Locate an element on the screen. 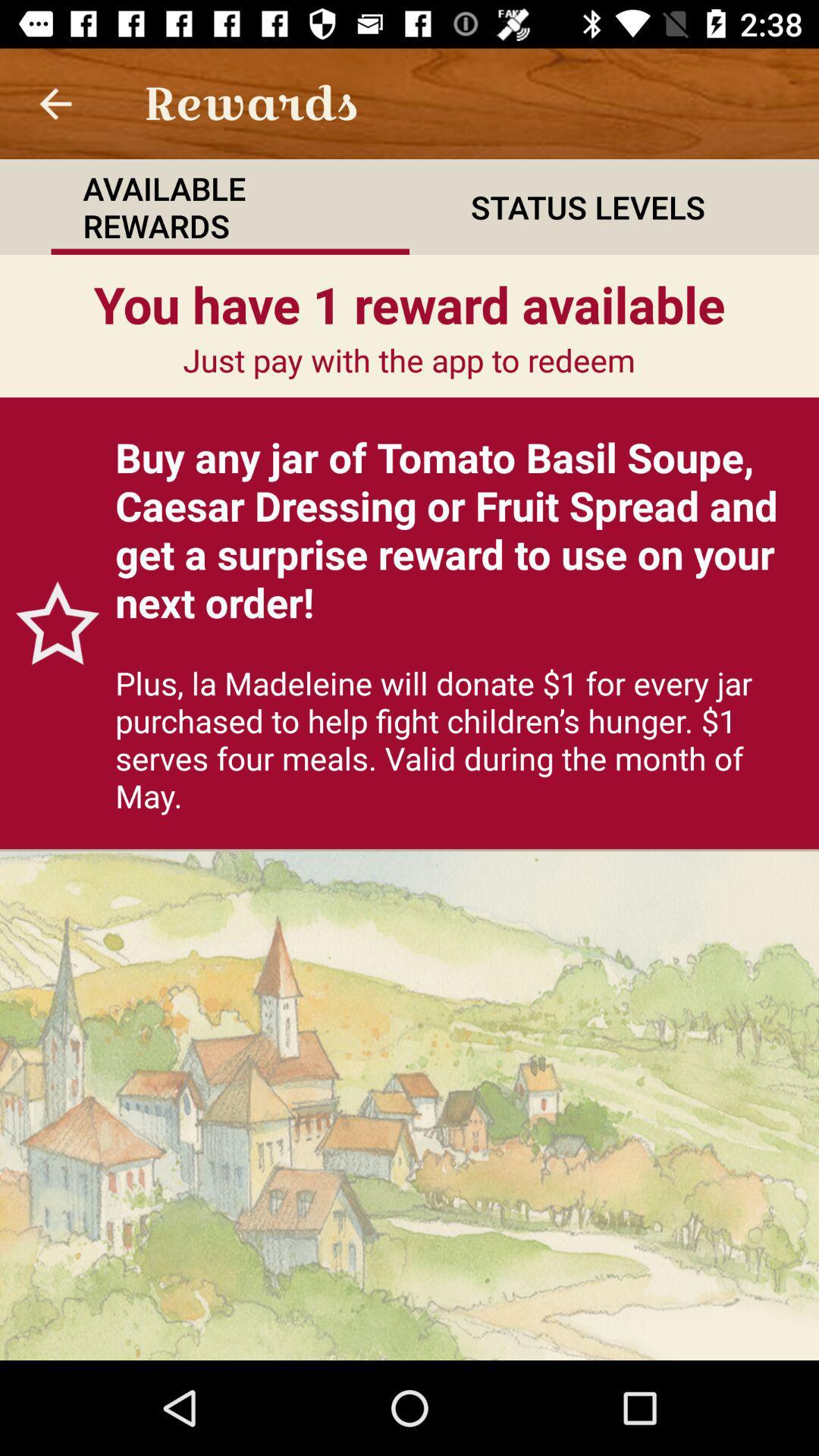 This screenshot has height=1456, width=819. icon below just pay with icon is located at coordinates (458, 529).